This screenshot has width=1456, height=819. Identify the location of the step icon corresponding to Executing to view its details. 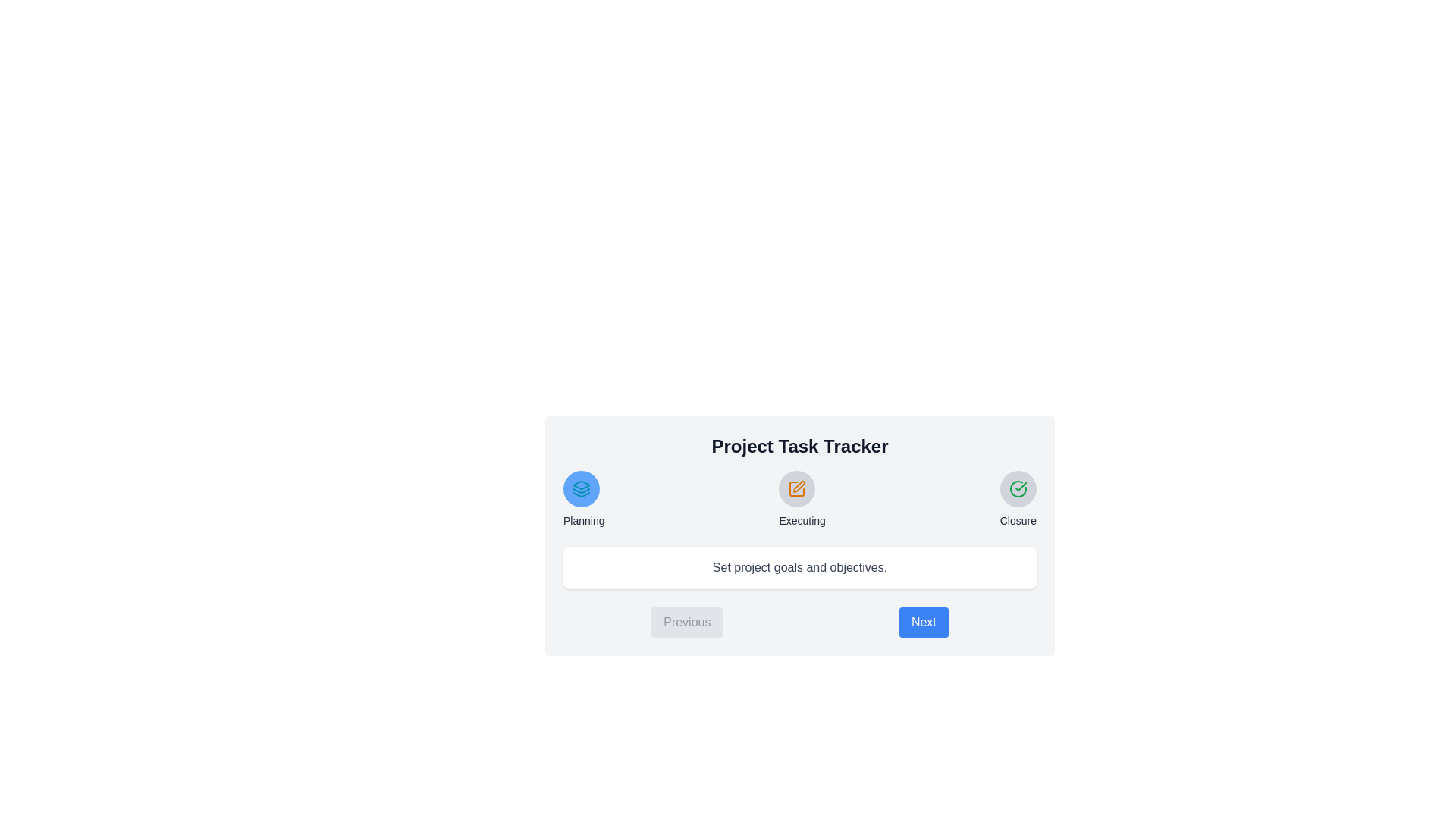
(796, 488).